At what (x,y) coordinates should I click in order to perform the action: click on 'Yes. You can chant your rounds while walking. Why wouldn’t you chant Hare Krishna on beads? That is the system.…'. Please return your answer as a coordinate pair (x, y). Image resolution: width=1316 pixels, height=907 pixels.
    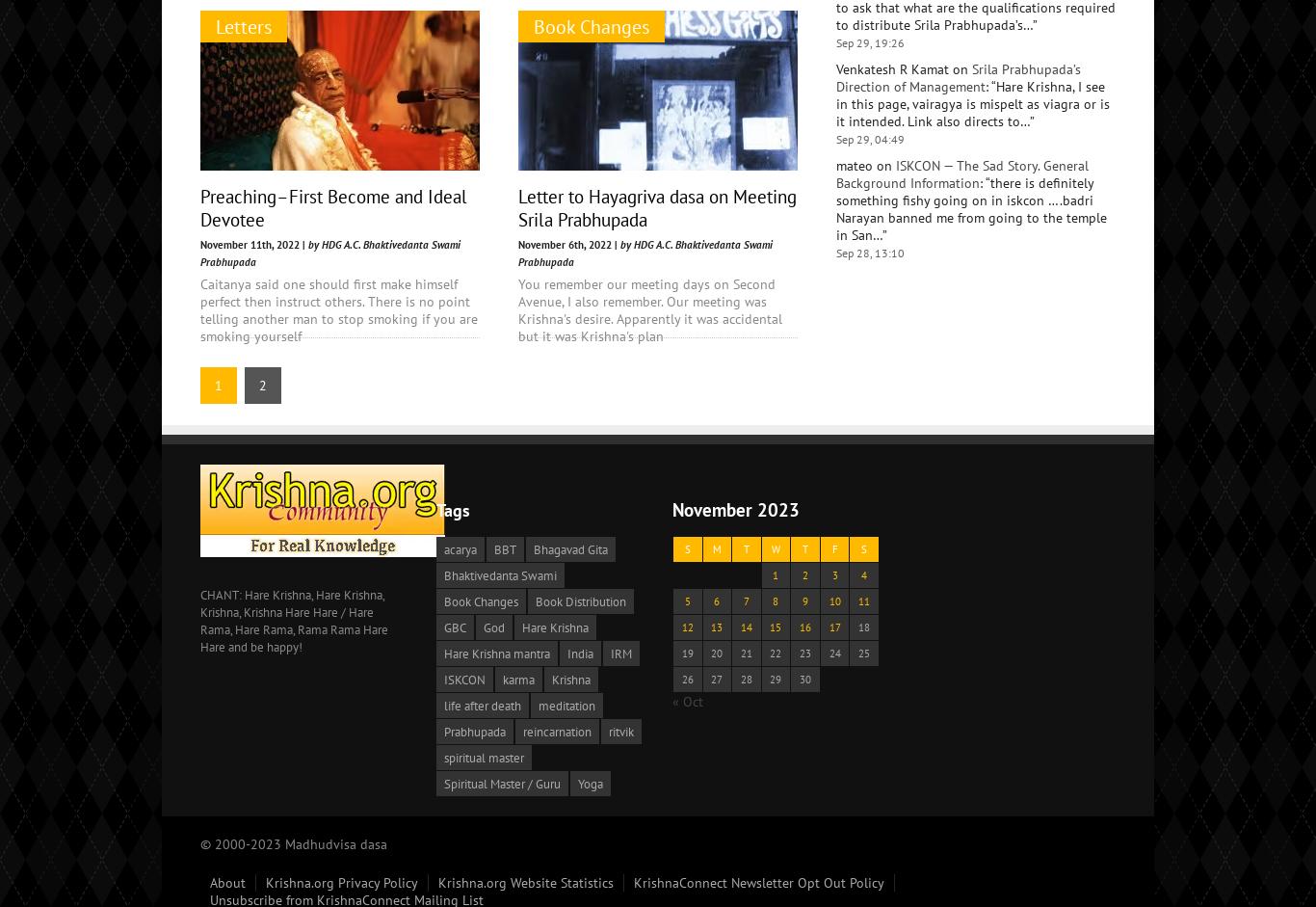
    Looking at the image, I should click on (967, 225).